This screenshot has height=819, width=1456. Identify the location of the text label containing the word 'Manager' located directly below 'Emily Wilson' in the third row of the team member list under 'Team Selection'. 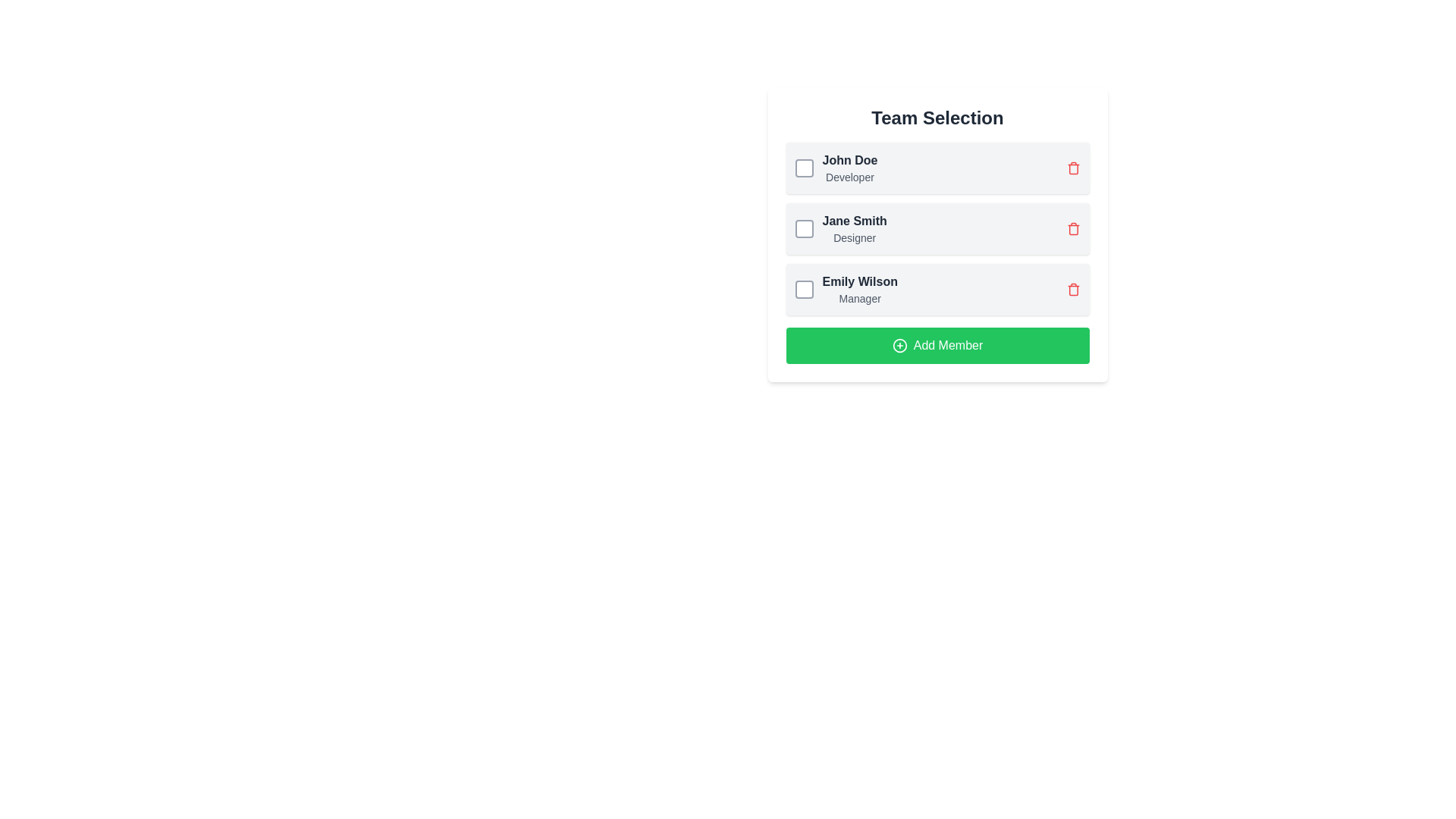
(860, 298).